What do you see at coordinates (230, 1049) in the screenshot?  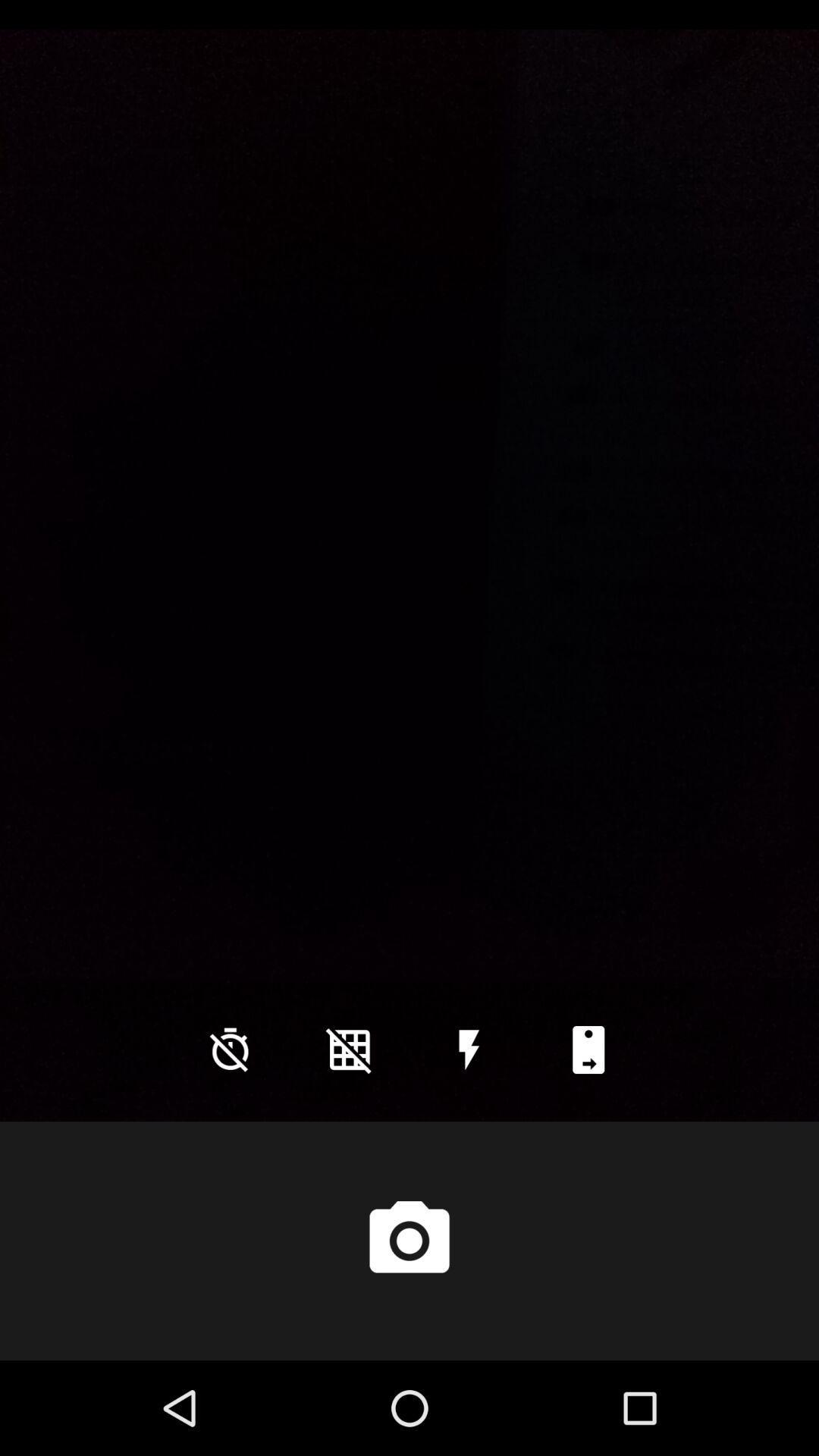 I see `the time icon` at bounding box center [230, 1049].